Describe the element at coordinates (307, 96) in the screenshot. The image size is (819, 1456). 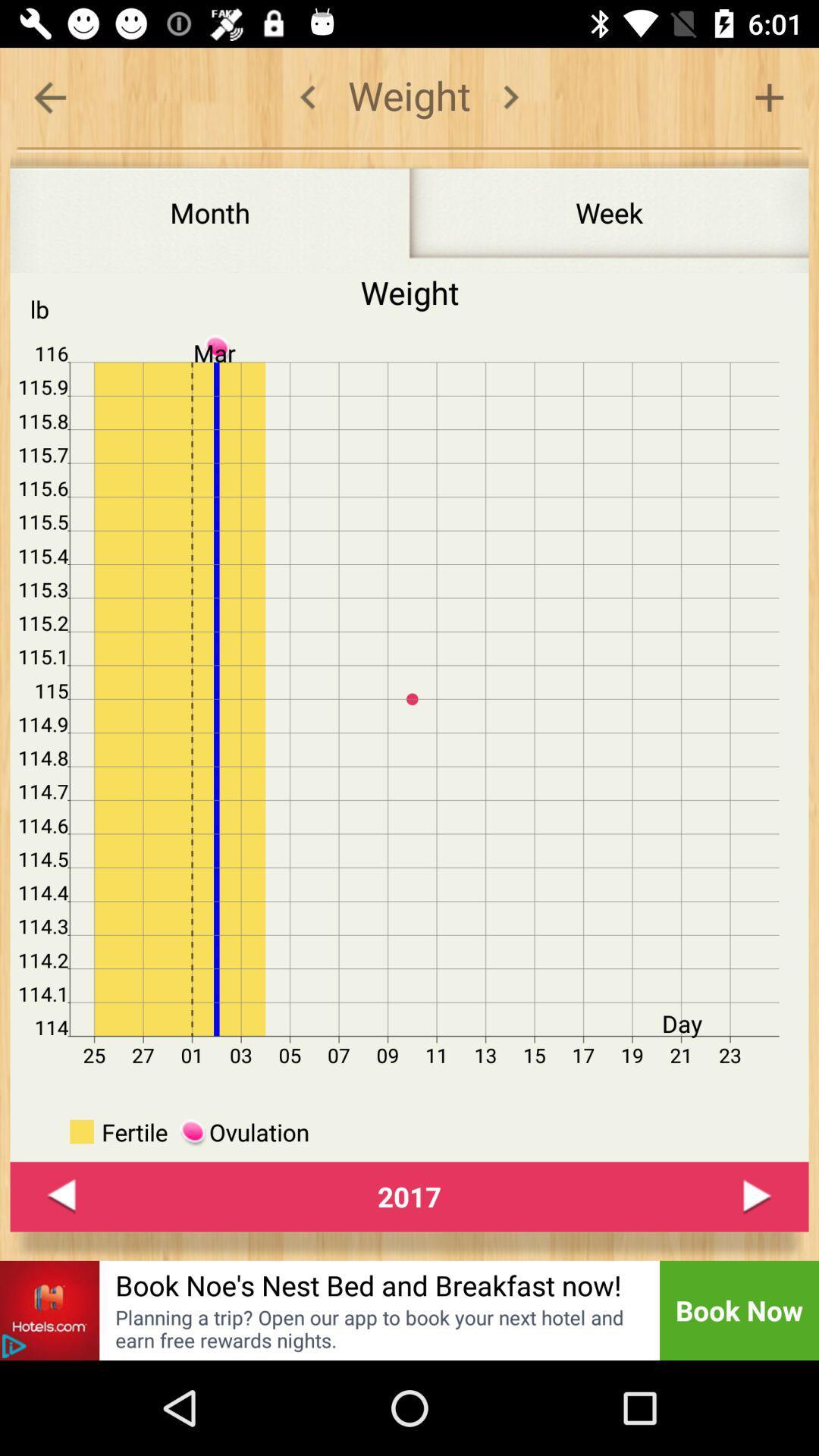
I see `the arrow_backward icon` at that location.